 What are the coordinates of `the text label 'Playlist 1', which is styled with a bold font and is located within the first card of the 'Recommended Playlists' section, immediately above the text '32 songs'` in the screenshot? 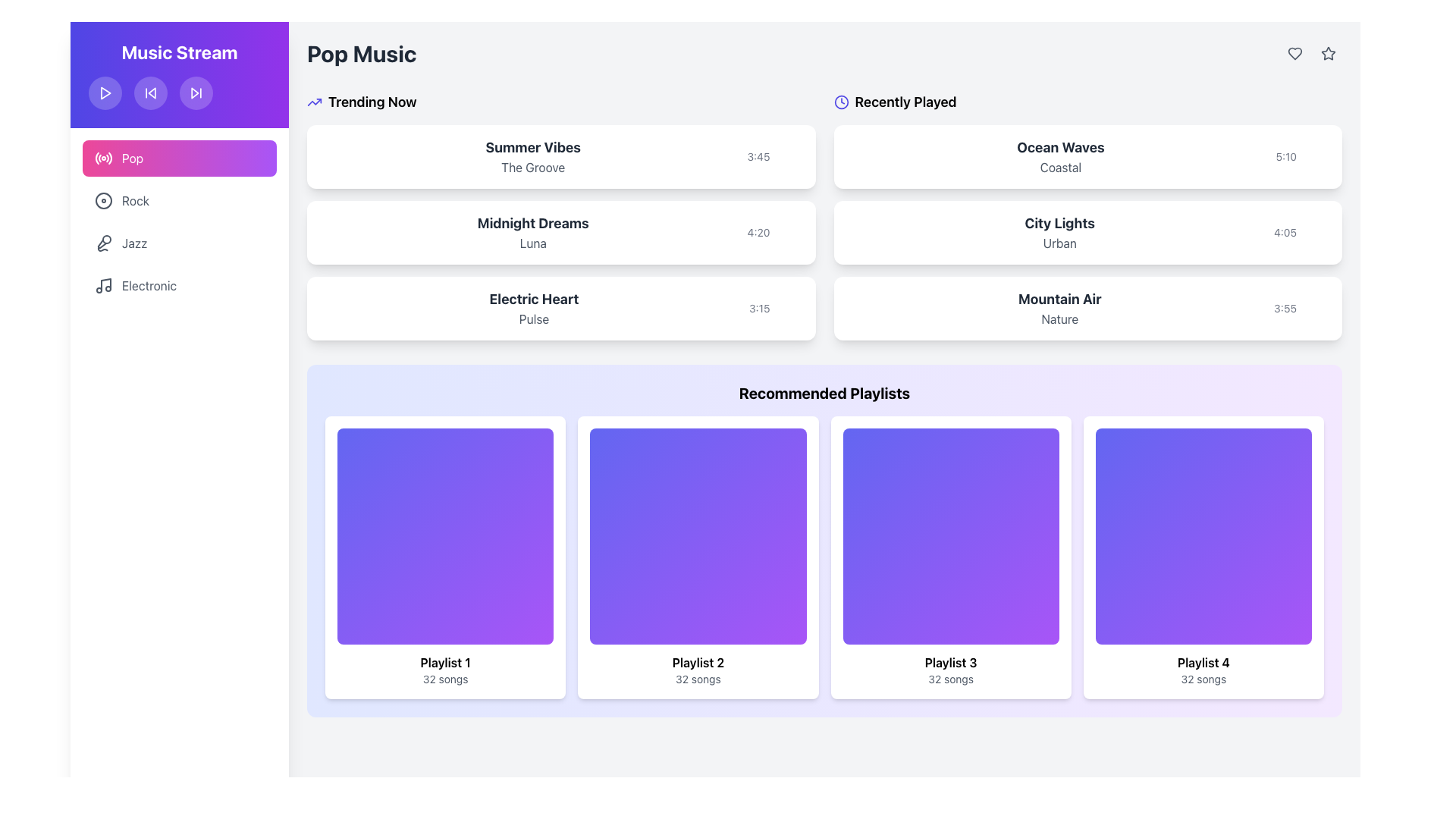 It's located at (444, 662).